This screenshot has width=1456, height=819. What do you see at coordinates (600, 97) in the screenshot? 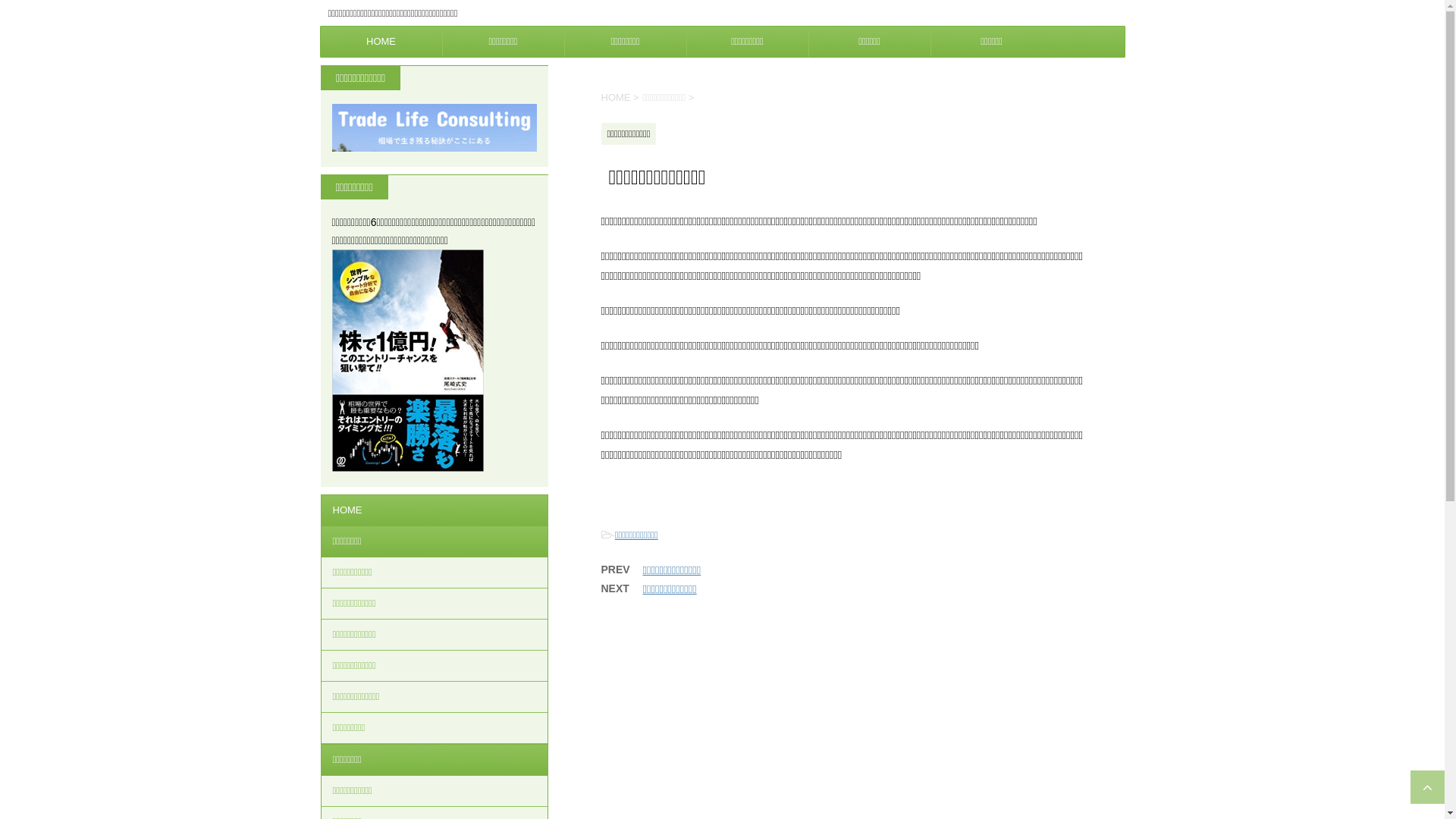
I see `'HOME'` at bounding box center [600, 97].